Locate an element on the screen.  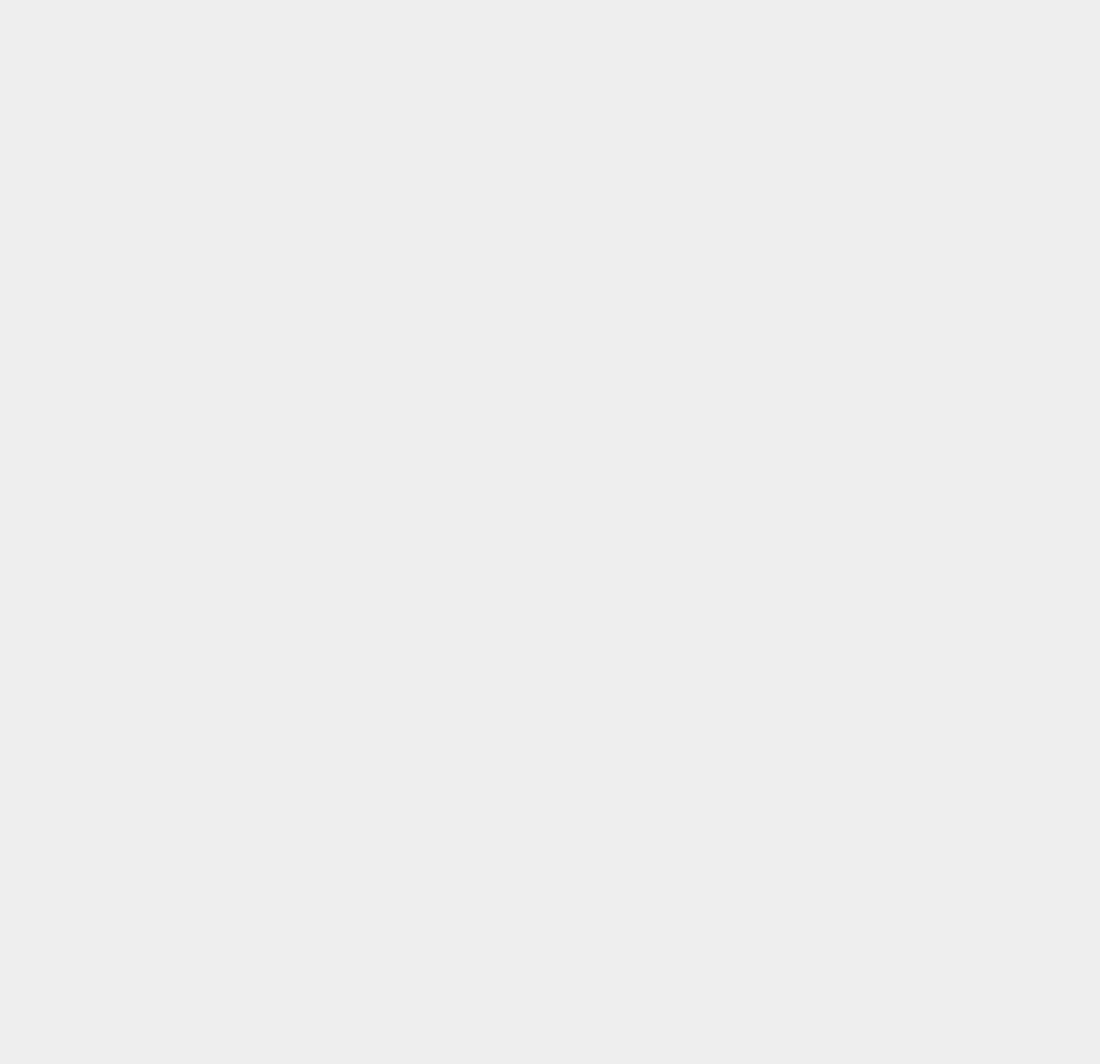
'Ovi' is located at coordinates (788, 562).